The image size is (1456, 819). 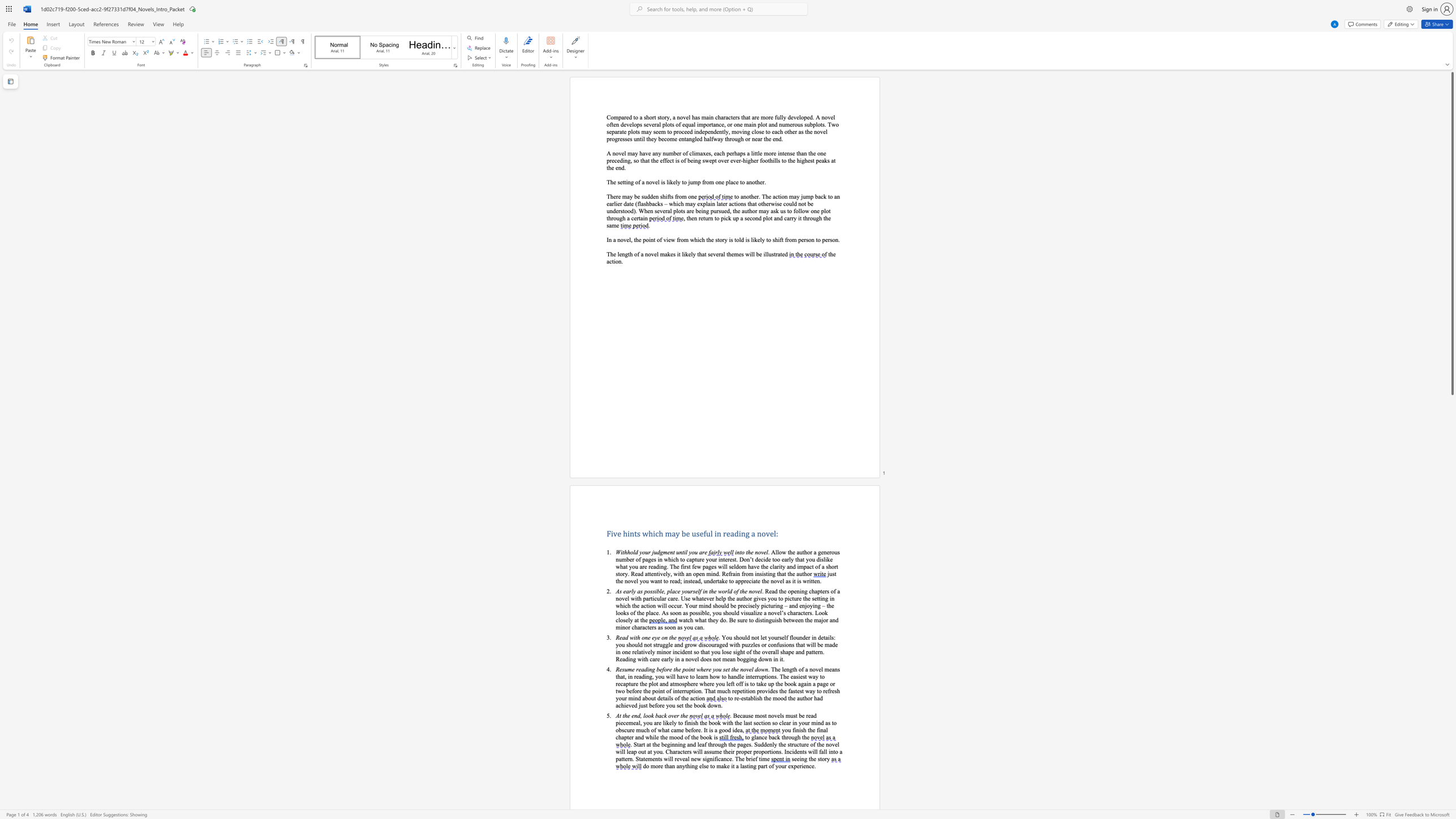 I want to click on the 6th character "l" in the text, so click(x=760, y=590).